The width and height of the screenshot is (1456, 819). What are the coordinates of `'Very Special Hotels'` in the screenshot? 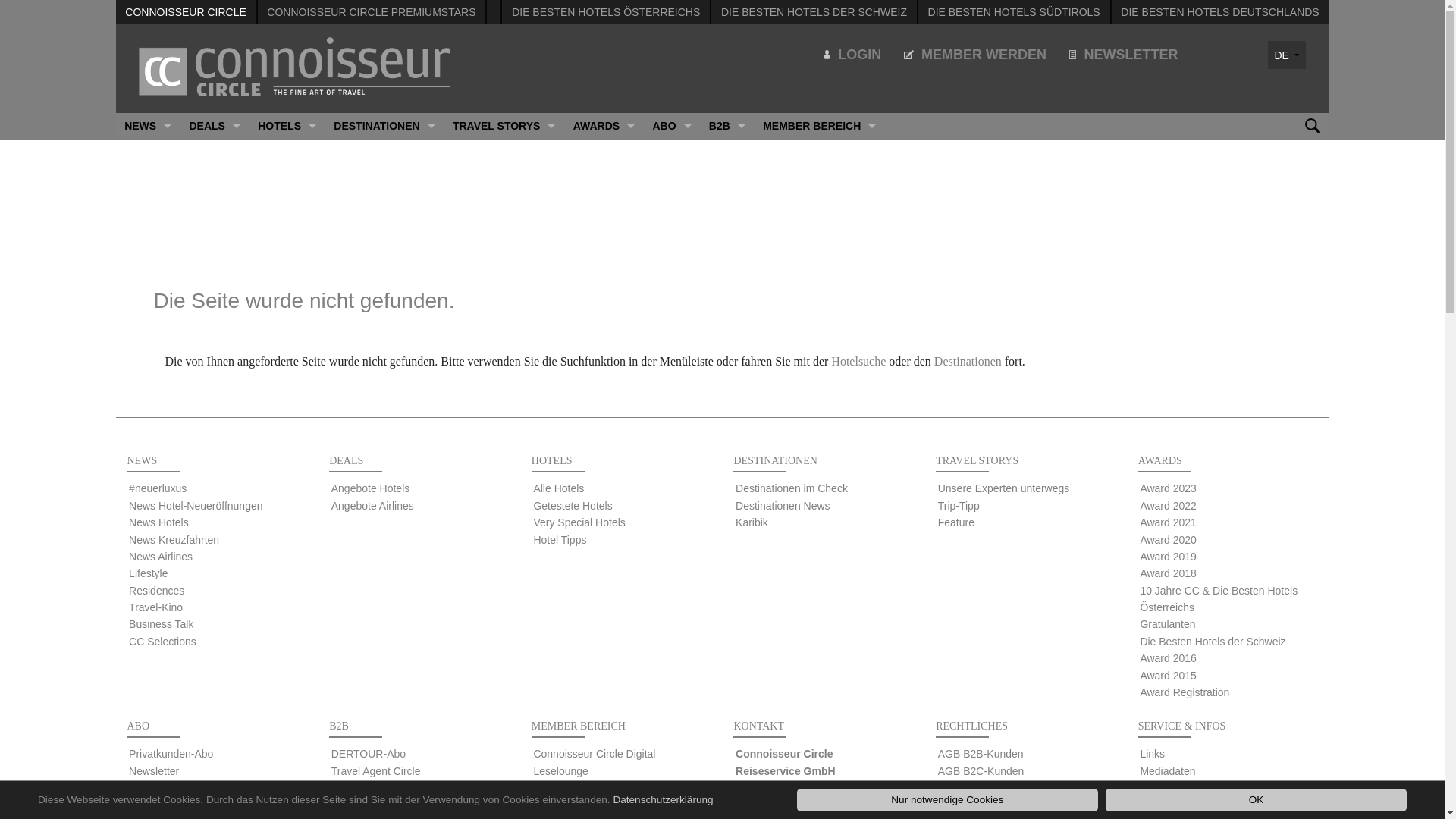 It's located at (578, 522).